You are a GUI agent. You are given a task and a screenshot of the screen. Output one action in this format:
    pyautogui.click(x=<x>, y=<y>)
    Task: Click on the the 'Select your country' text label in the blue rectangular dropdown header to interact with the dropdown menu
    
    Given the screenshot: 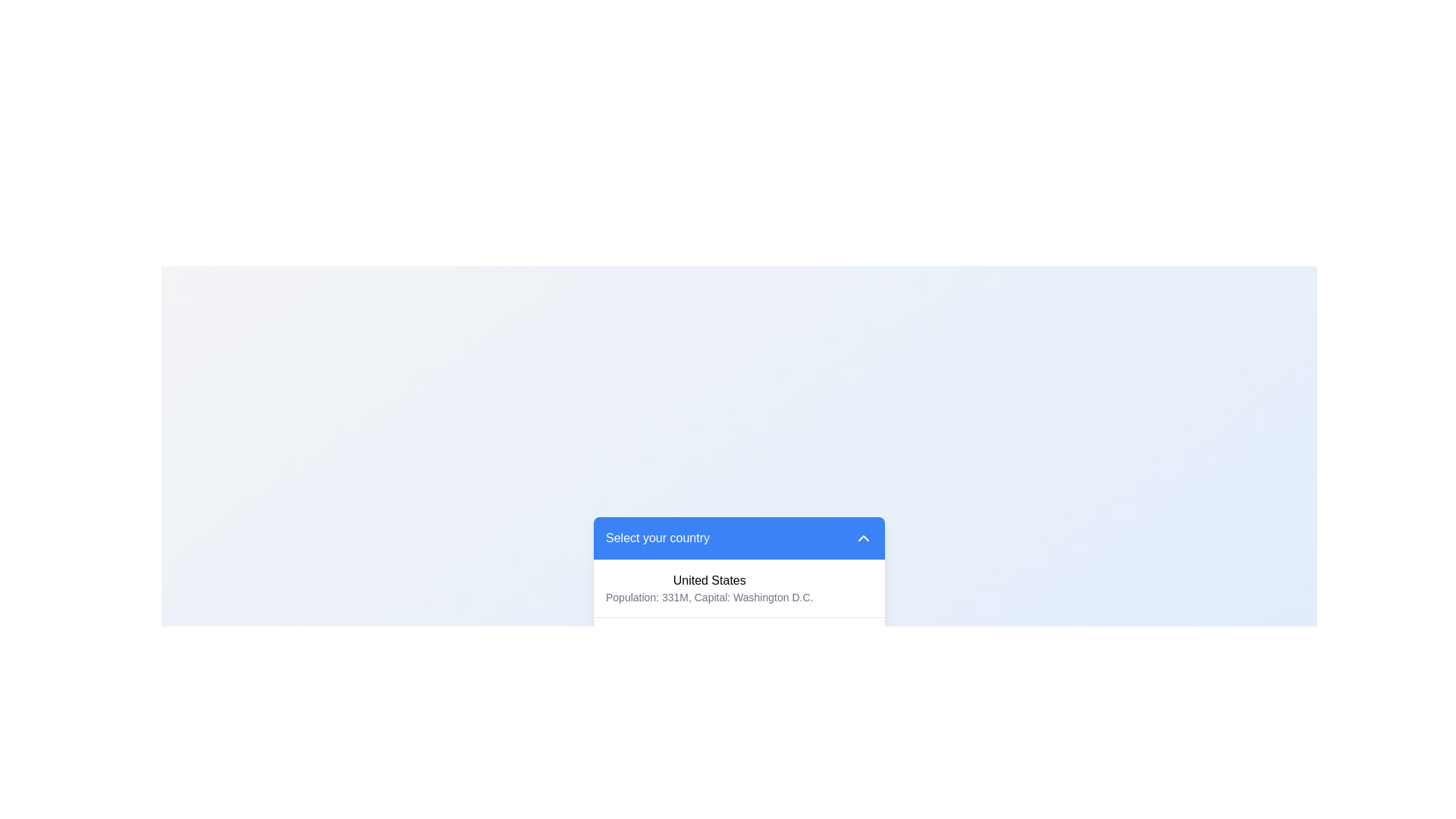 What is the action you would take?
    pyautogui.click(x=657, y=537)
    